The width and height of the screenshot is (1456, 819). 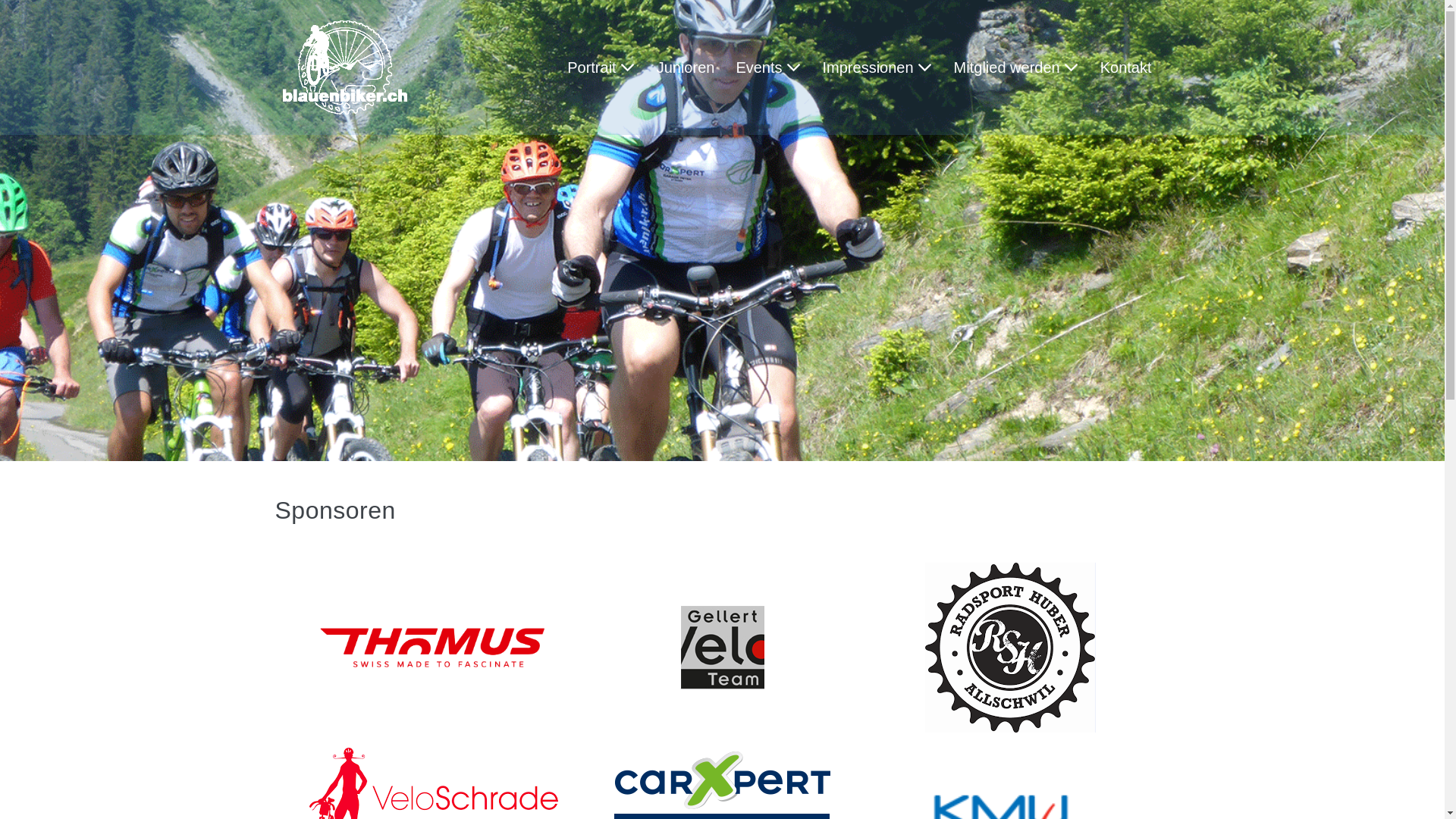 What do you see at coordinates (344, 66) in the screenshot?
I see `'Update Blauenbiker'` at bounding box center [344, 66].